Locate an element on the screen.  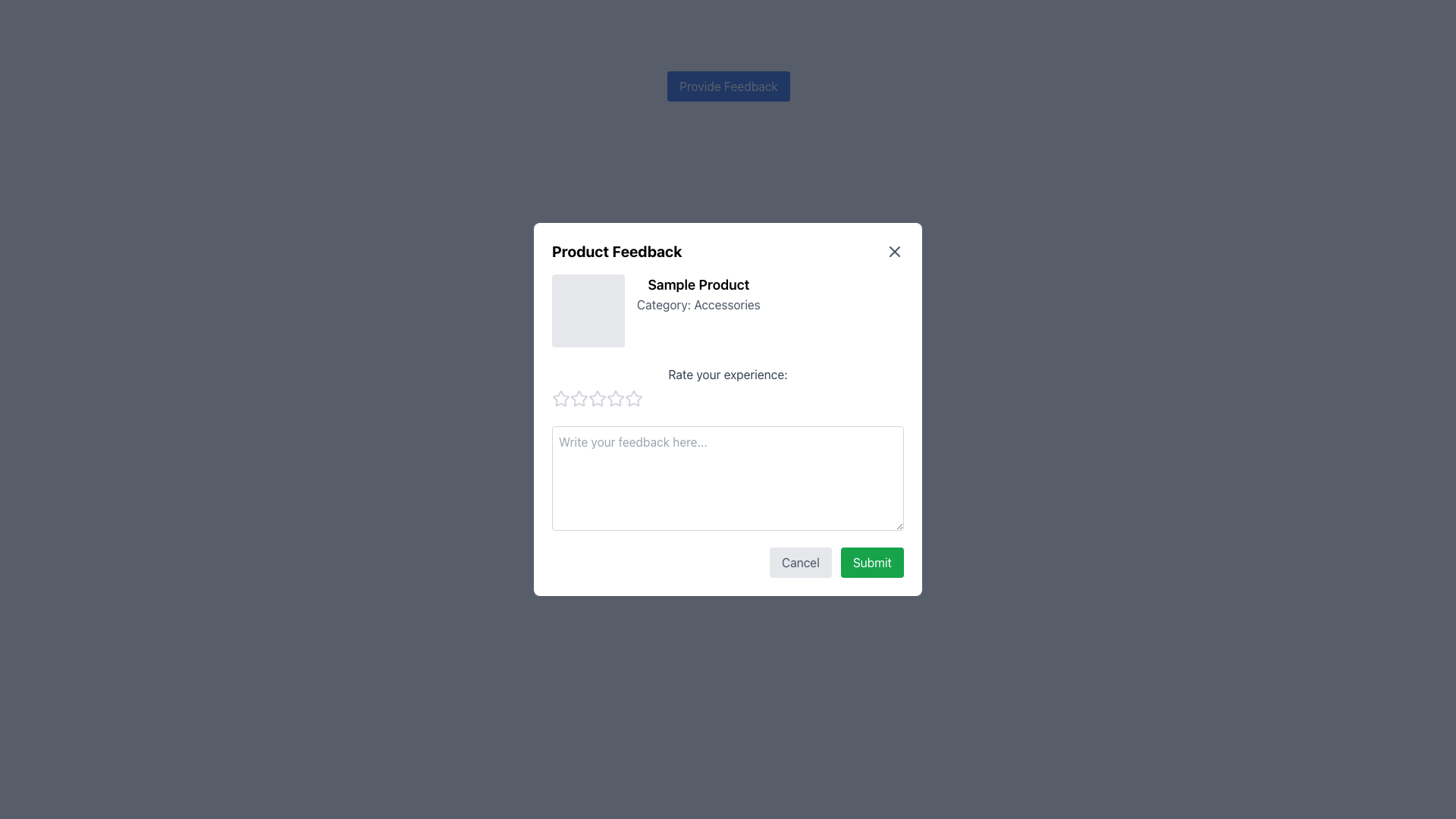
the first star-shaped icon with a hollow outline, which is styled in light gray is located at coordinates (560, 397).